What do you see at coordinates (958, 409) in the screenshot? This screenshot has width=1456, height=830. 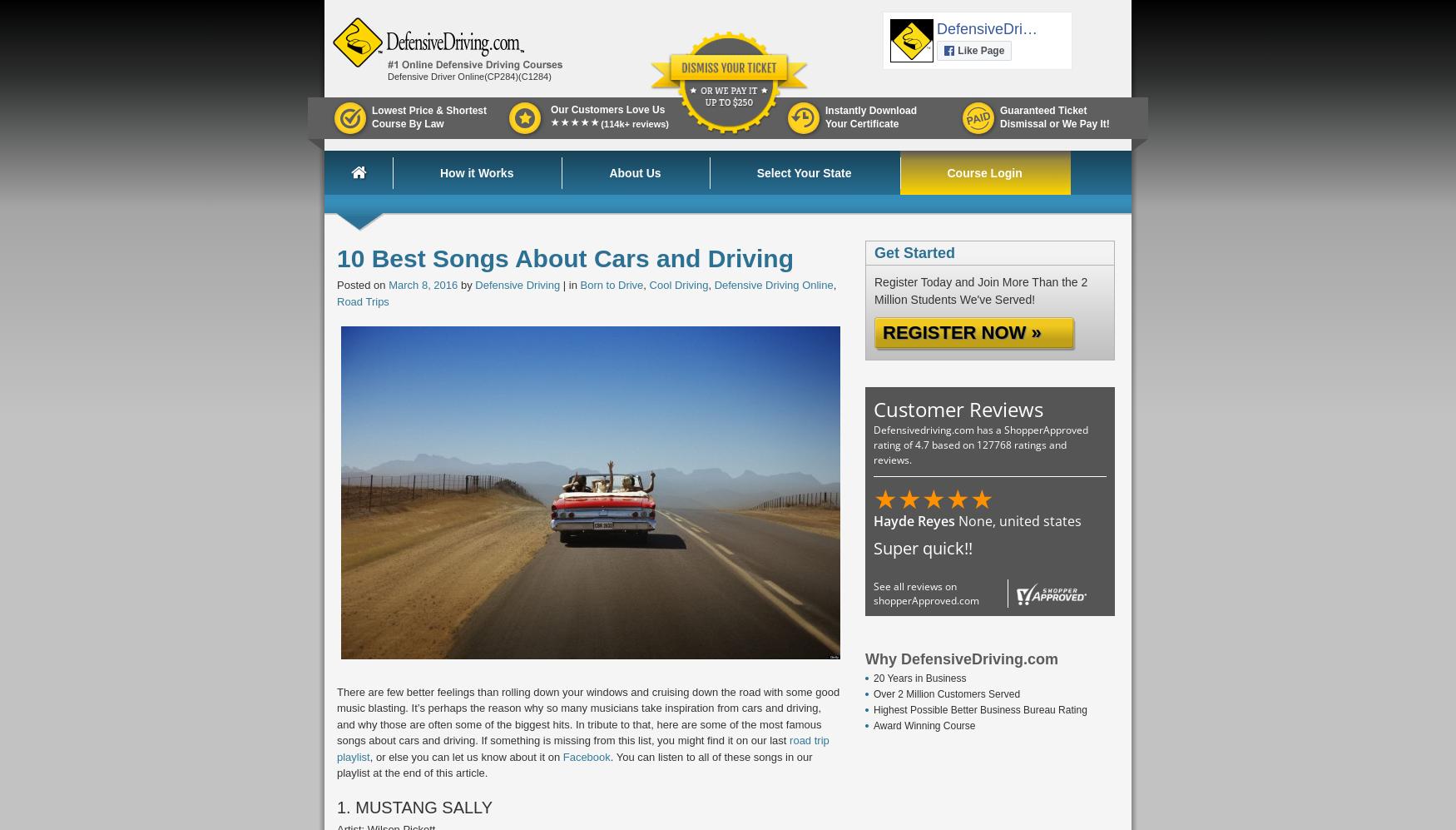 I see `'Customer Reviews'` at bounding box center [958, 409].